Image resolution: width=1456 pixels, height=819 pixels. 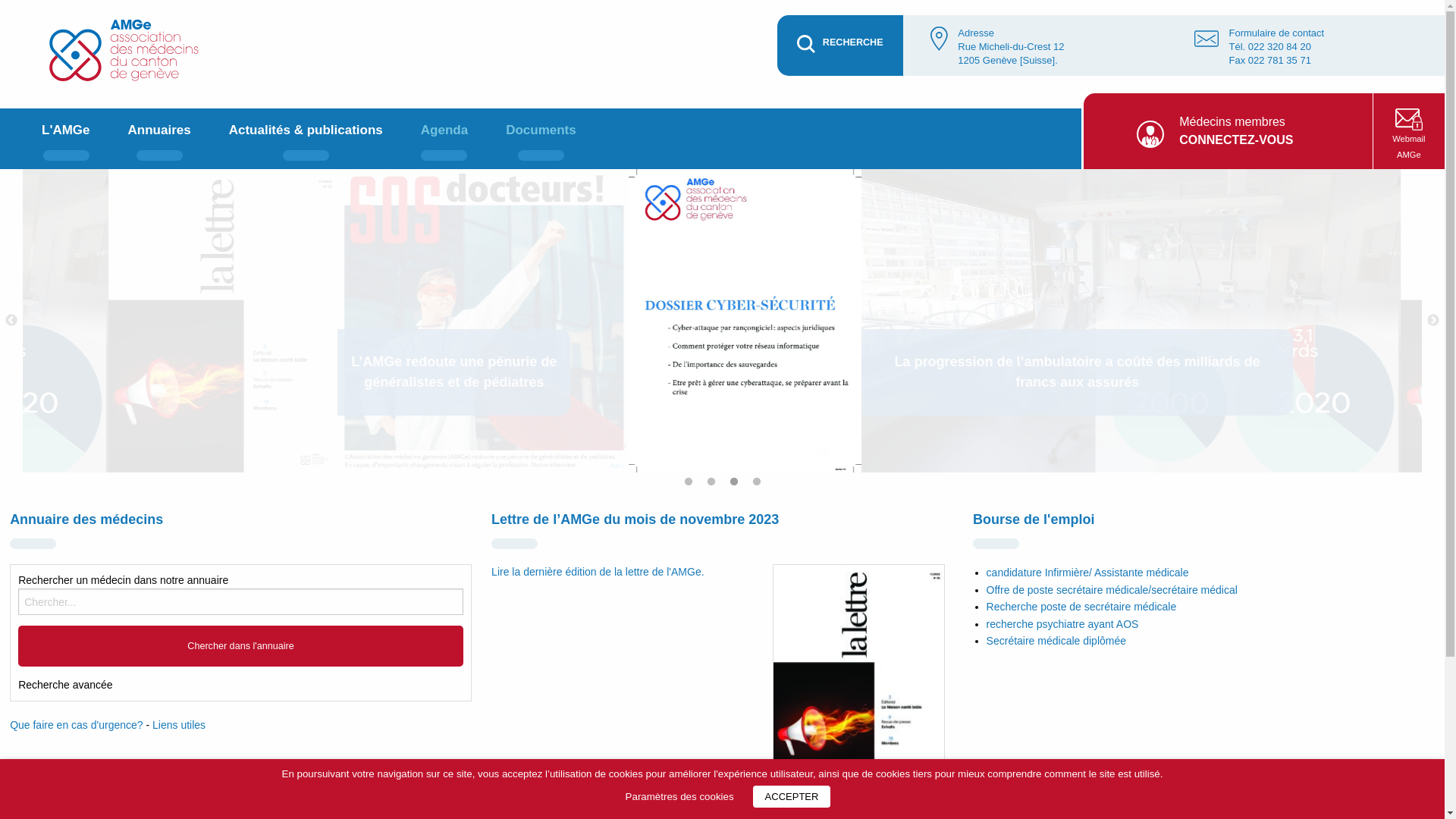 I want to click on 'Bourse de l'emploi', so click(x=1033, y=519).